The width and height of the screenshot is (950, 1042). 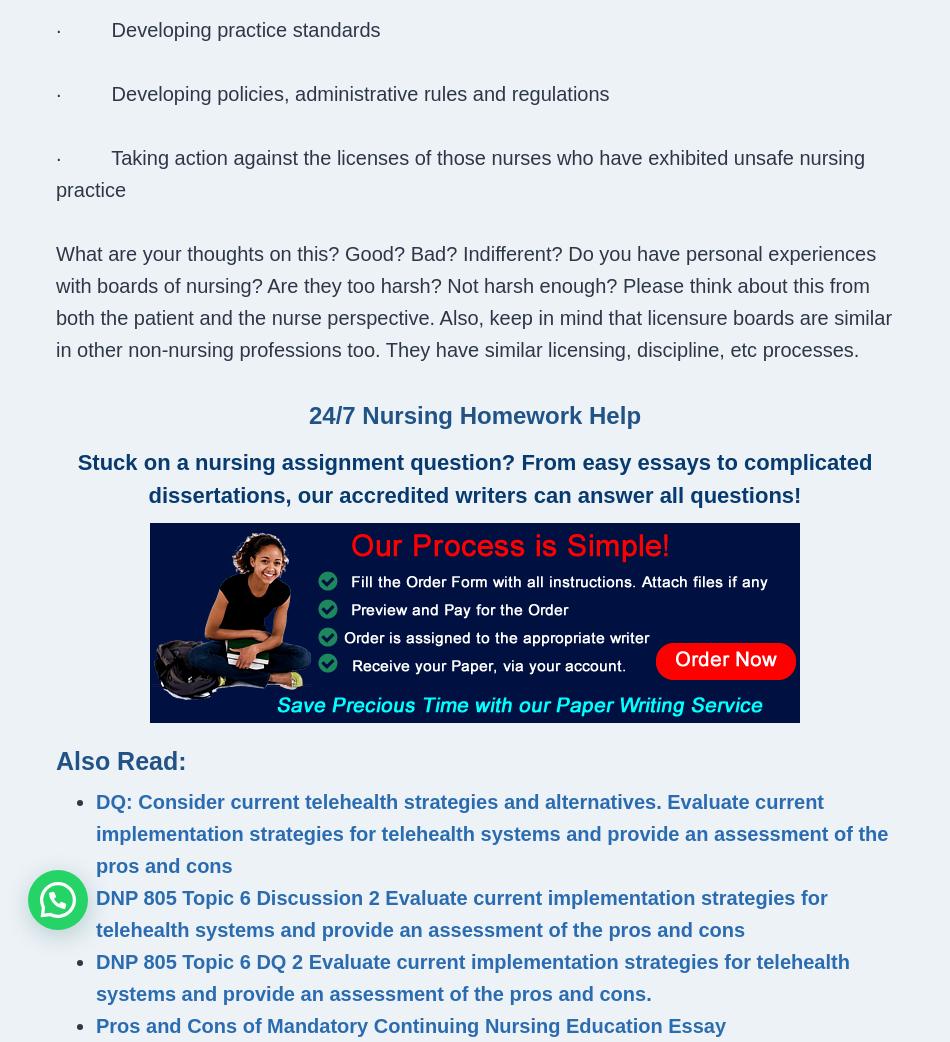 I want to click on 'DNP 805 Topic 6 Discussion 2 Evaluate current implementation strategies for telehealth systems and provide an assessment of the pros and cons', so click(x=460, y=912).